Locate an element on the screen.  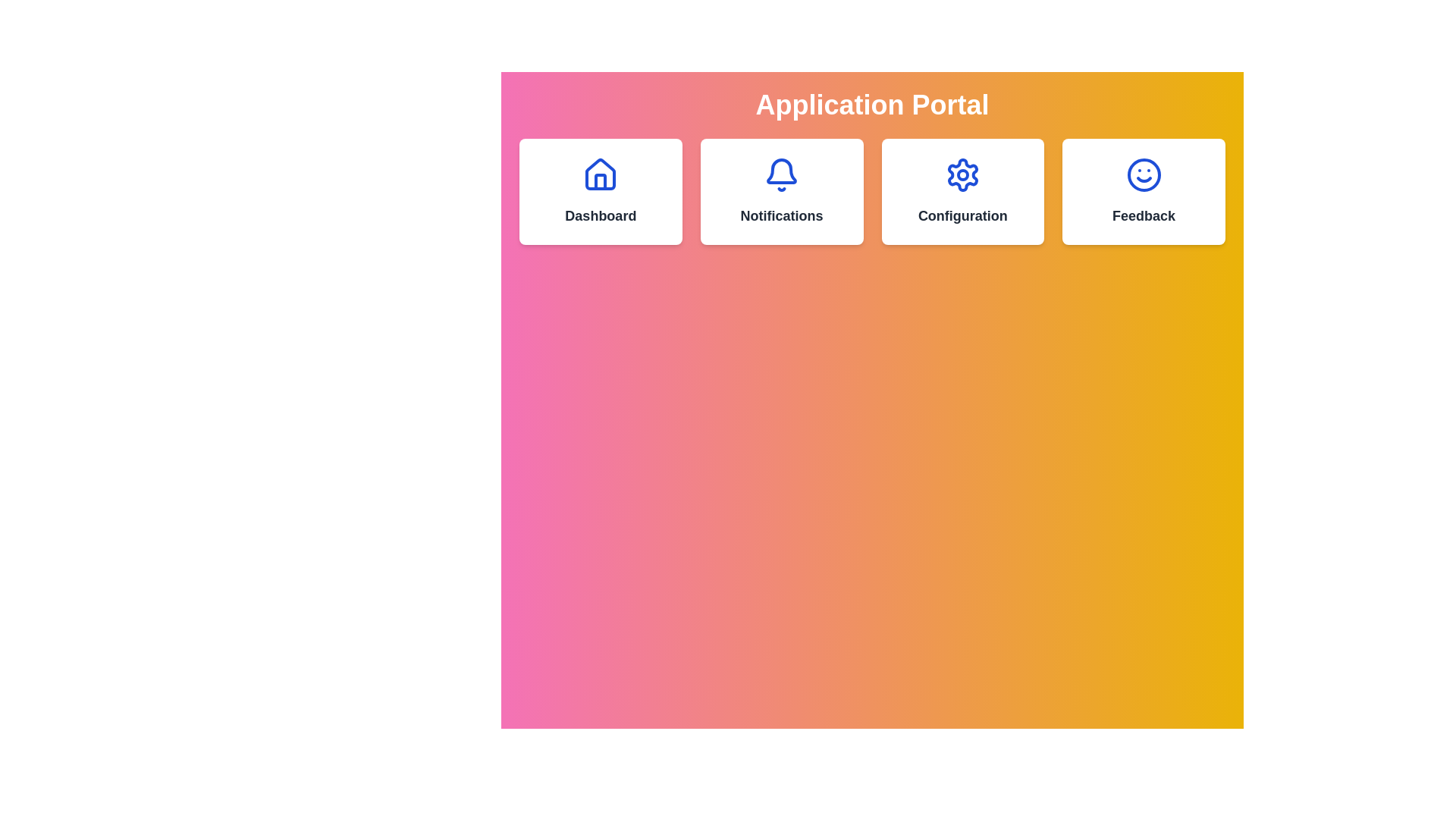
the 'Notifications' text label, which is bold and larger than surrounding text, located in the second box of a horizontal menu is located at coordinates (782, 216).